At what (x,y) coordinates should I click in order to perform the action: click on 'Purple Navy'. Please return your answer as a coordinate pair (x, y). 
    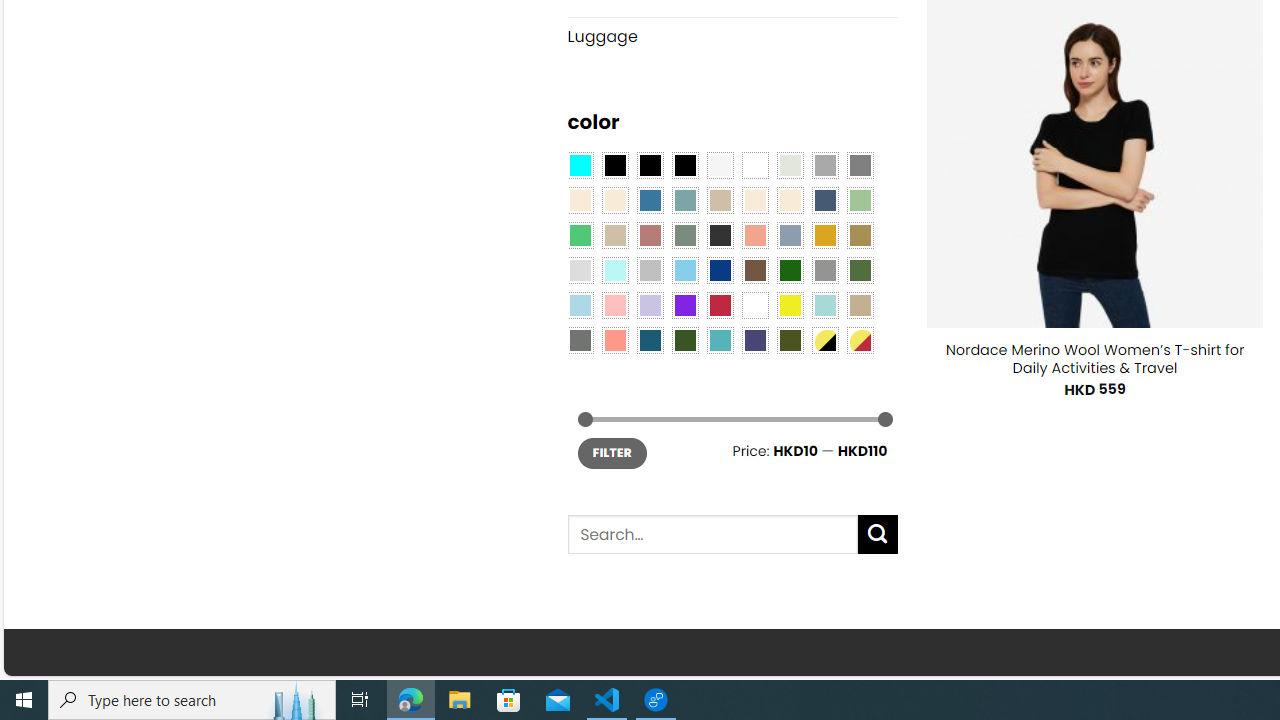
    Looking at the image, I should click on (754, 338).